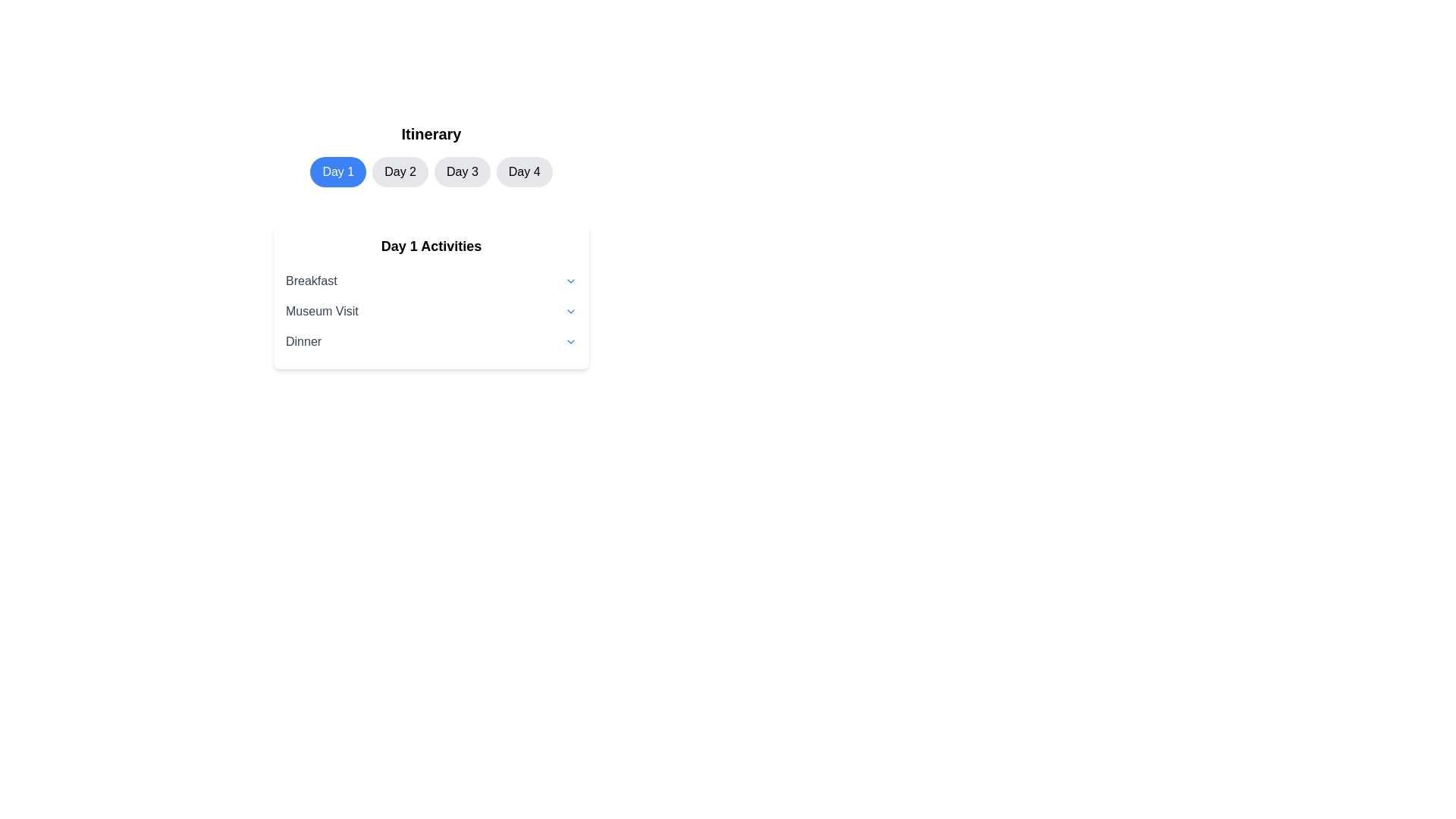 Image resolution: width=1456 pixels, height=819 pixels. I want to click on the 'Museum Visit' dropdown-triggering row, so click(431, 311).